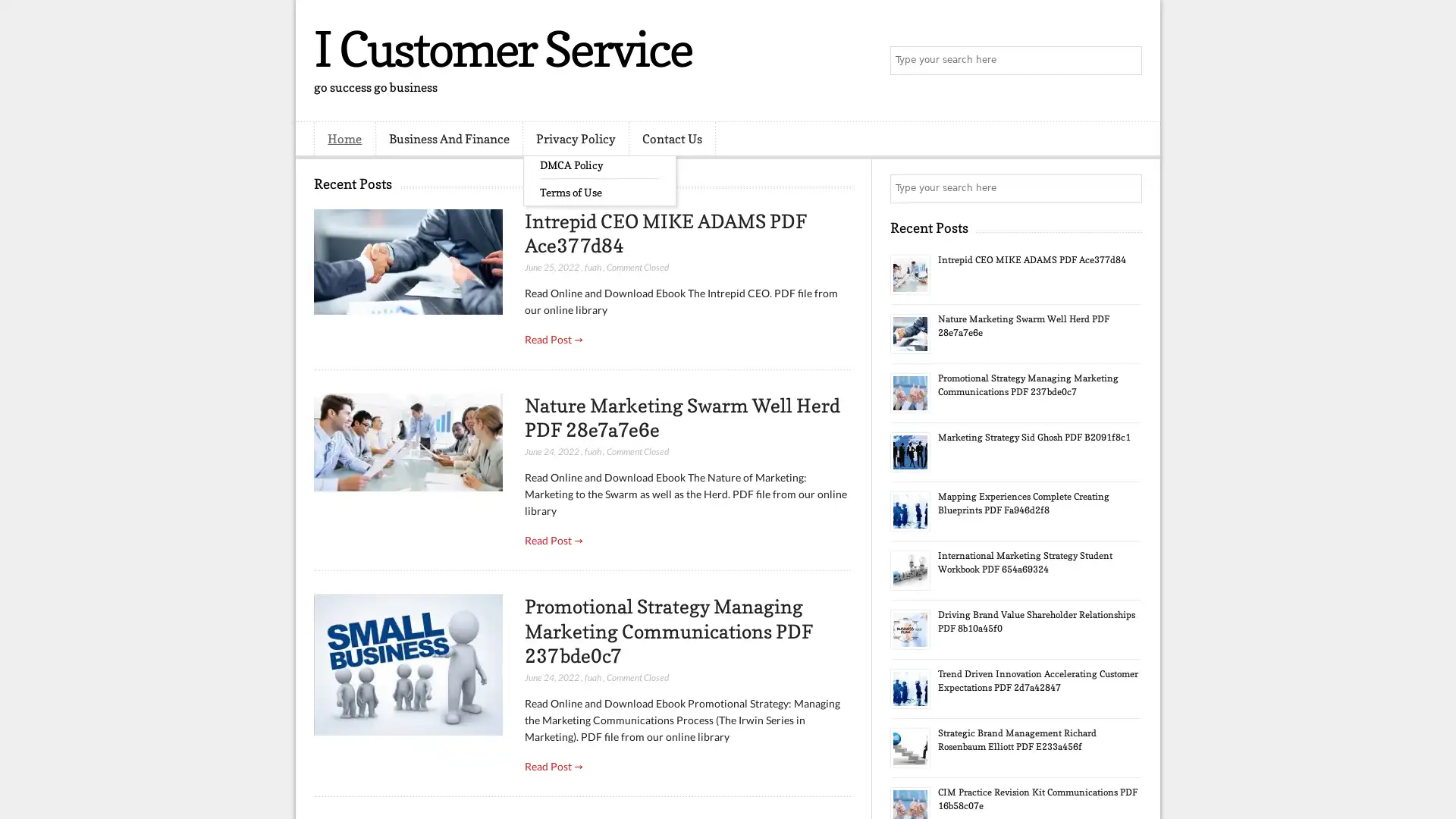  I want to click on Search, so click(1126, 188).